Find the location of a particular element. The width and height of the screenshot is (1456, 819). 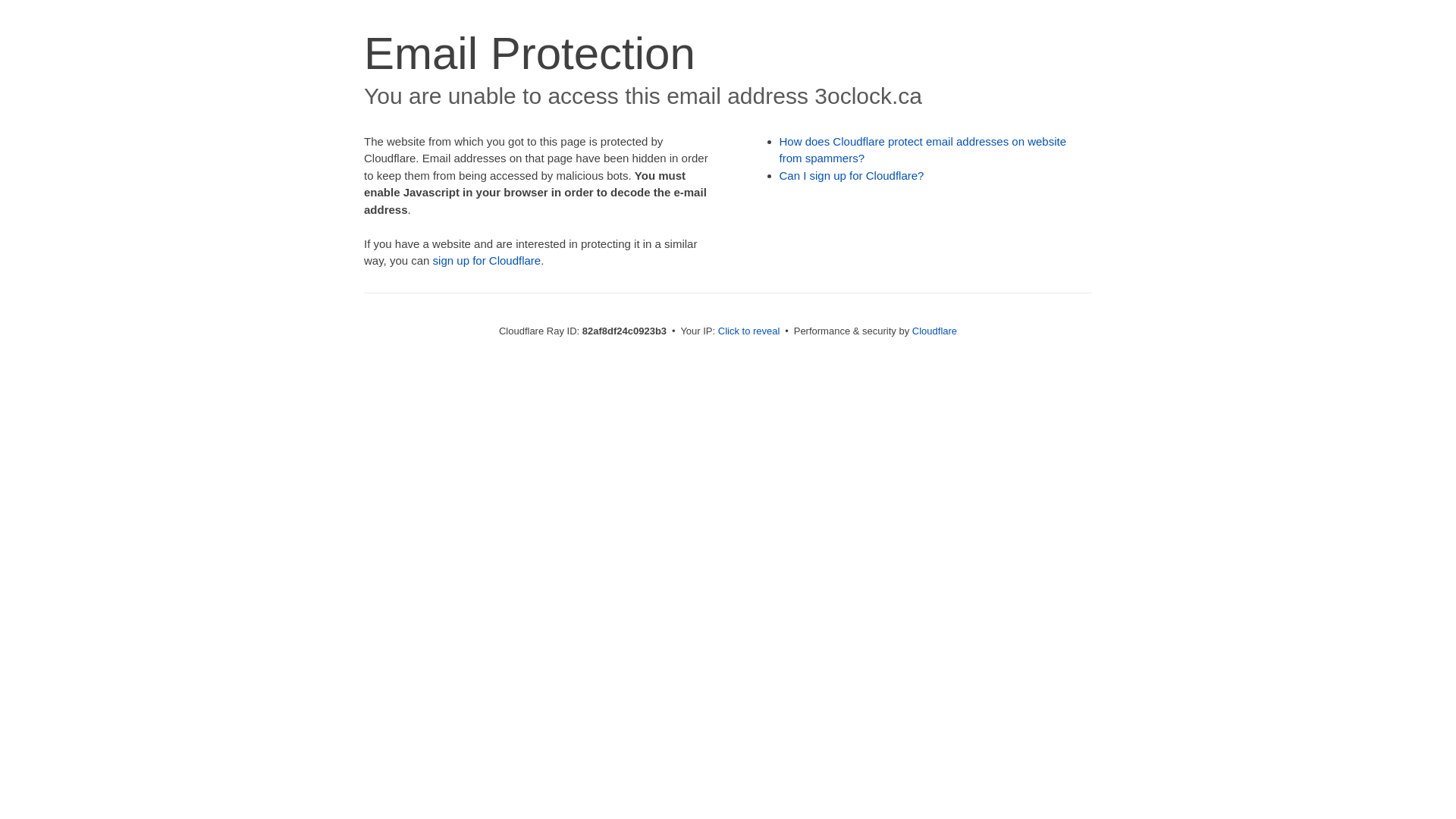

'Cloudflare' is located at coordinates (934, 330).